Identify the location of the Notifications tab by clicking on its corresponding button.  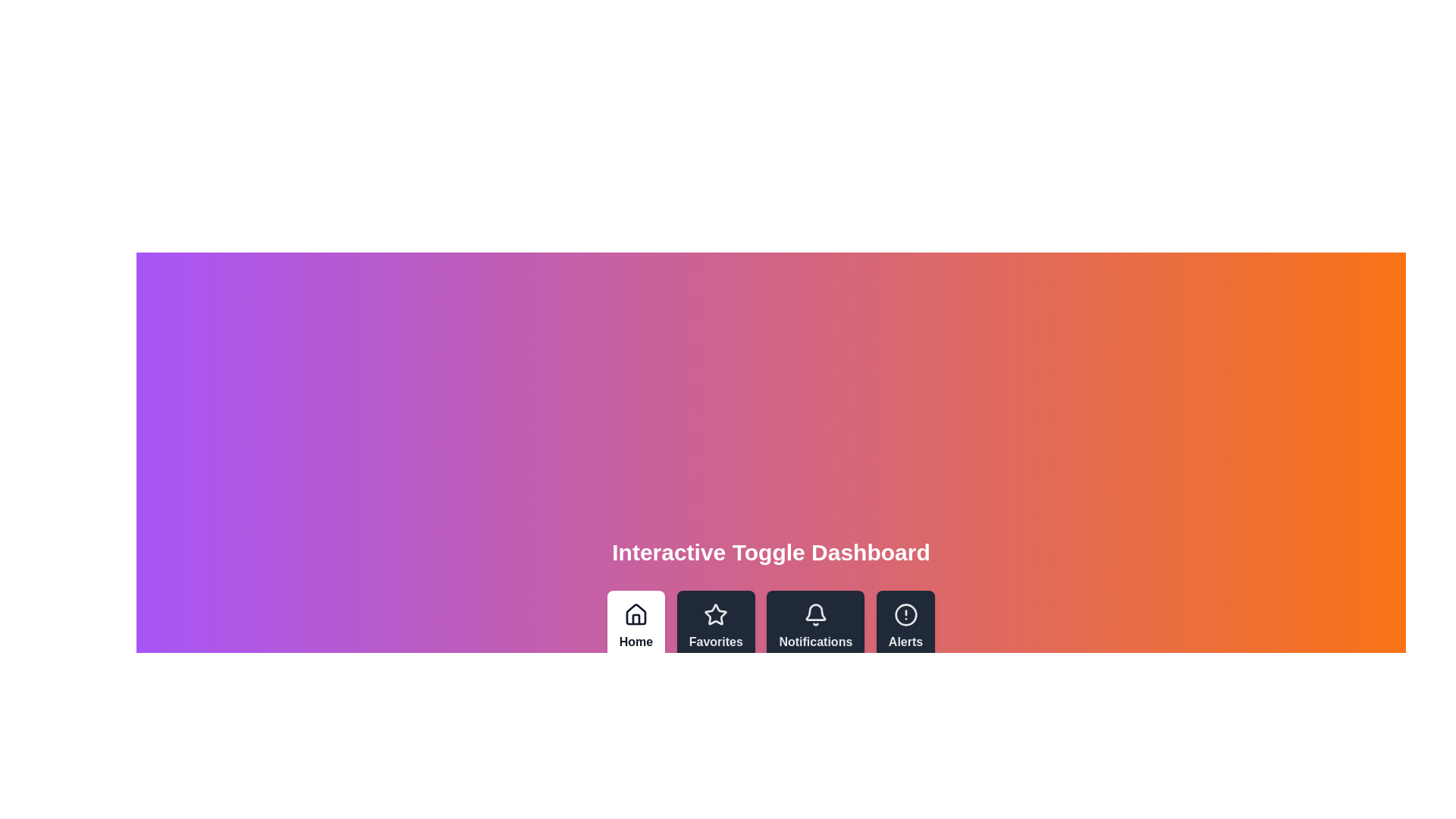
(814, 626).